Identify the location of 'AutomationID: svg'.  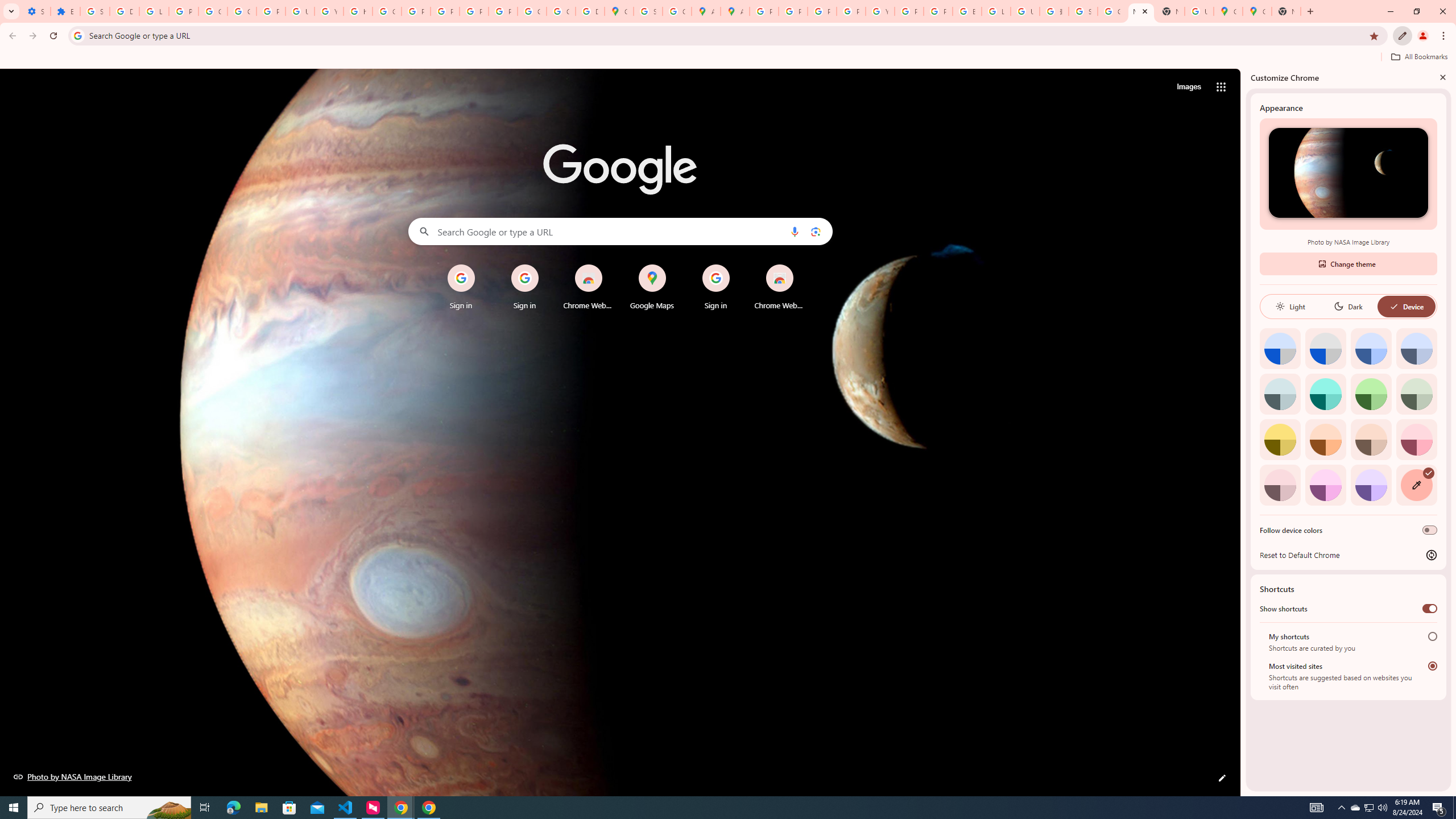
(1428, 473).